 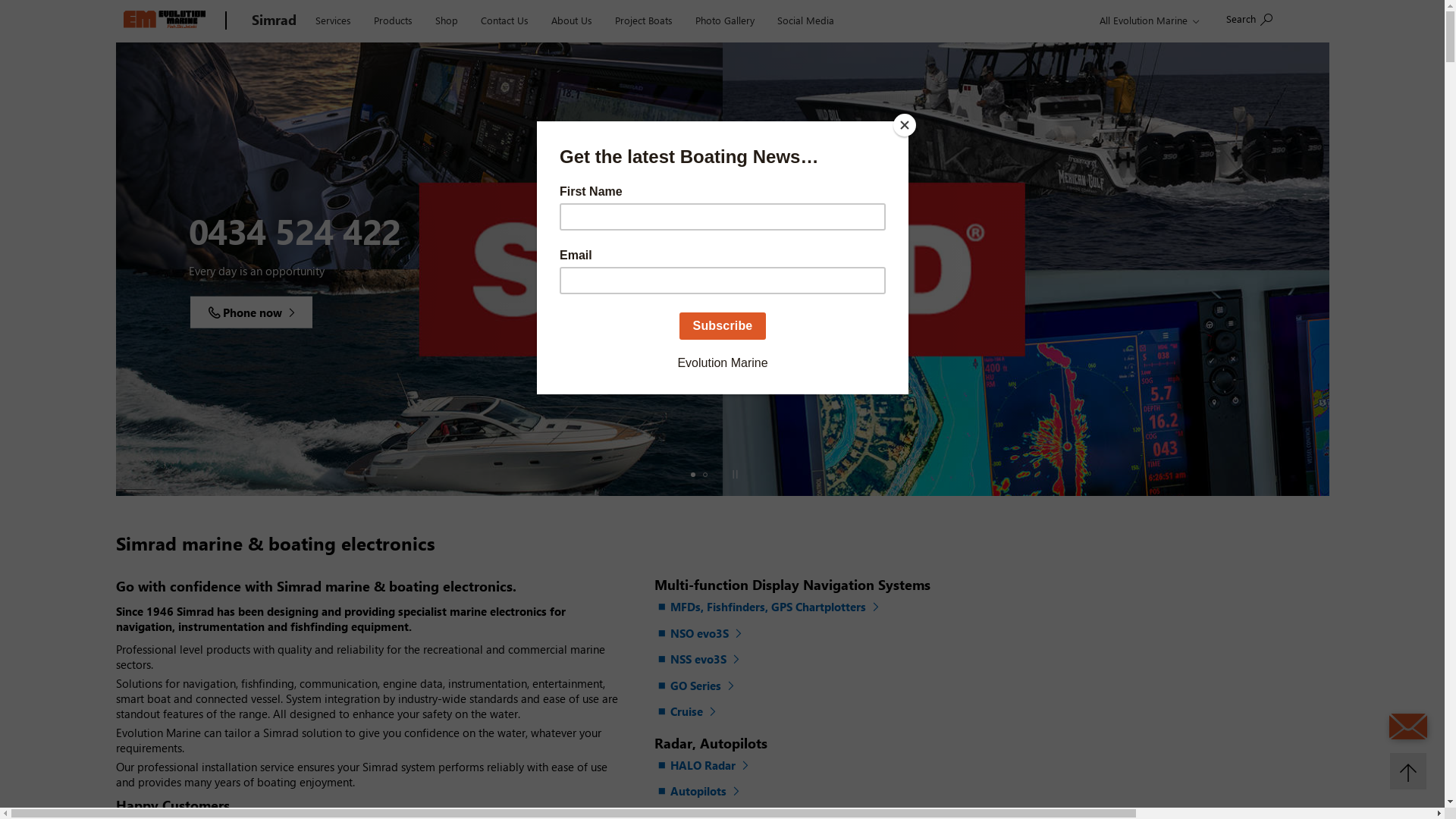 What do you see at coordinates (427, 18) in the screenshot?
I see `'Shop'` at bounding box center [427, 18].